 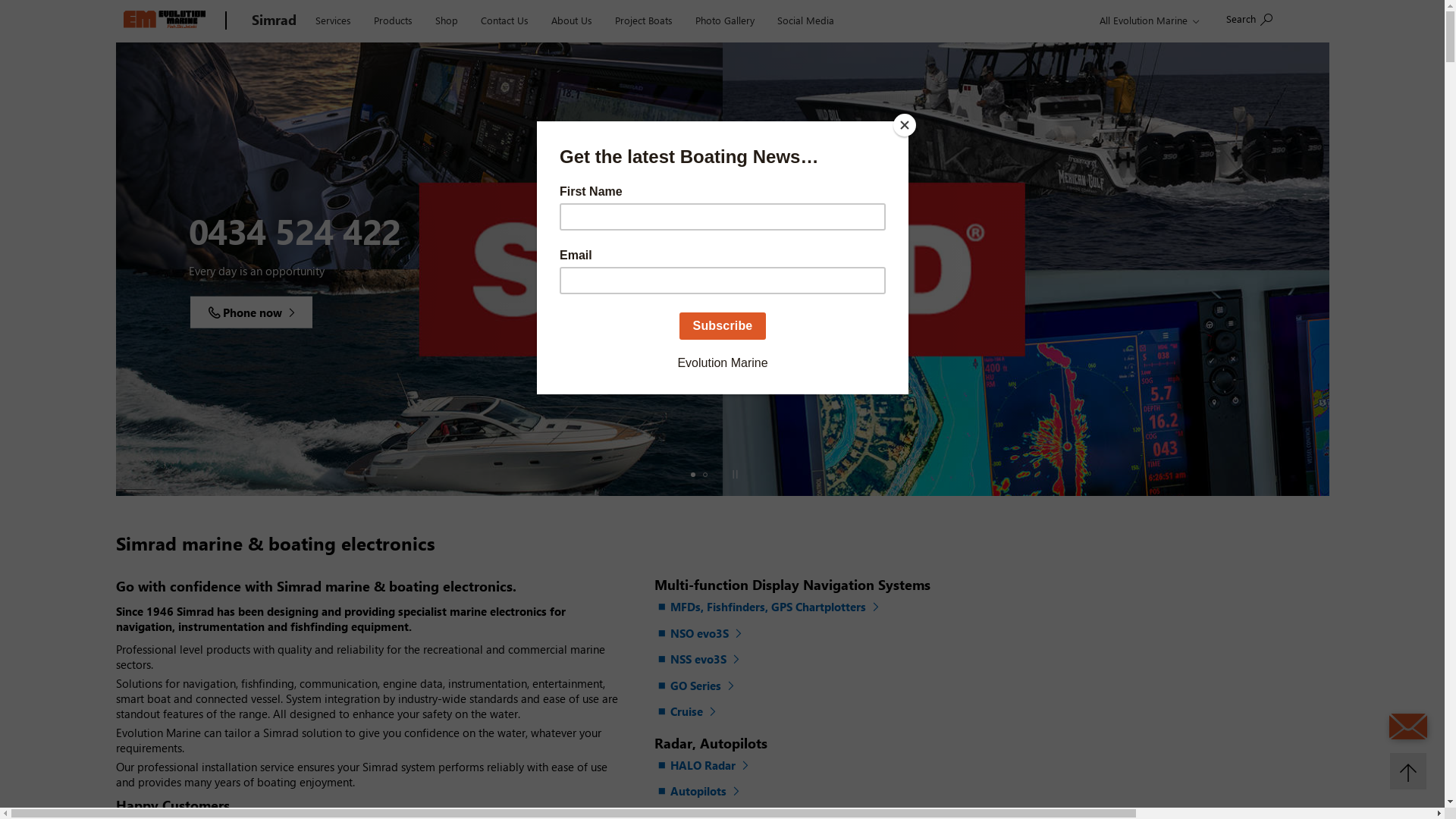 What do you see at coordinates (427, 18) in the screenshot?
I see `'Shop'` at bounding box center [427, 18].